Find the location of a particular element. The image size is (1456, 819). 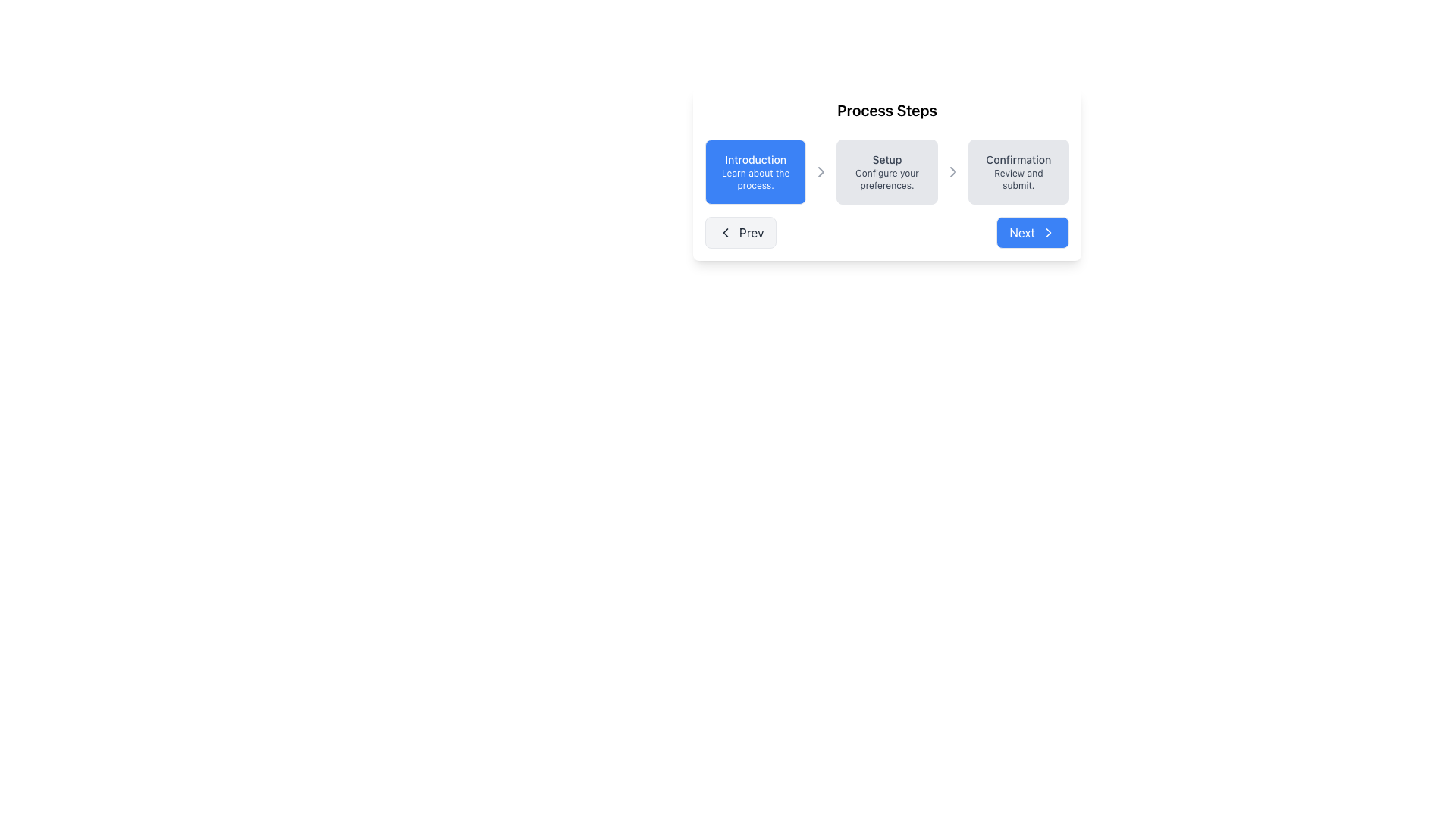

the slim, right-facing gray arrow icon located between the 'Setup' and 'Confirmation' sections of the three-step process UI component is located at coordinates (952, 171).